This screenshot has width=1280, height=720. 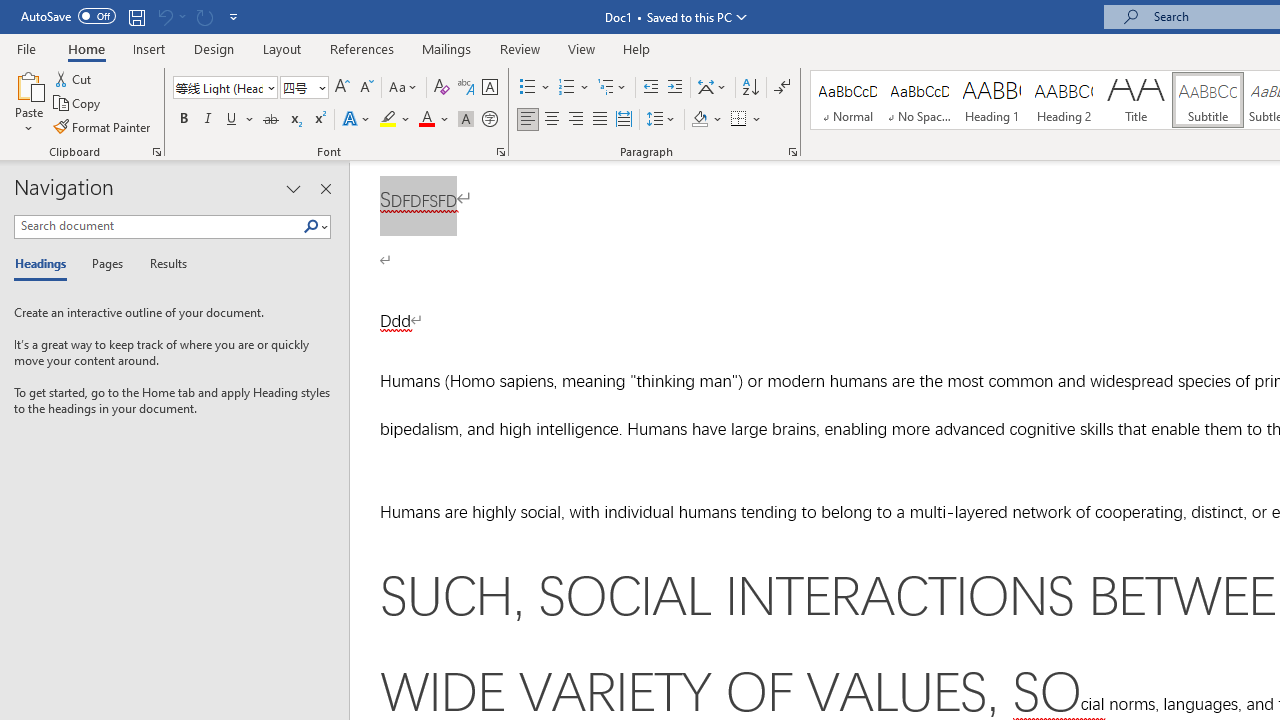 I want to click on 'Underline', so click(x=240, y=119).